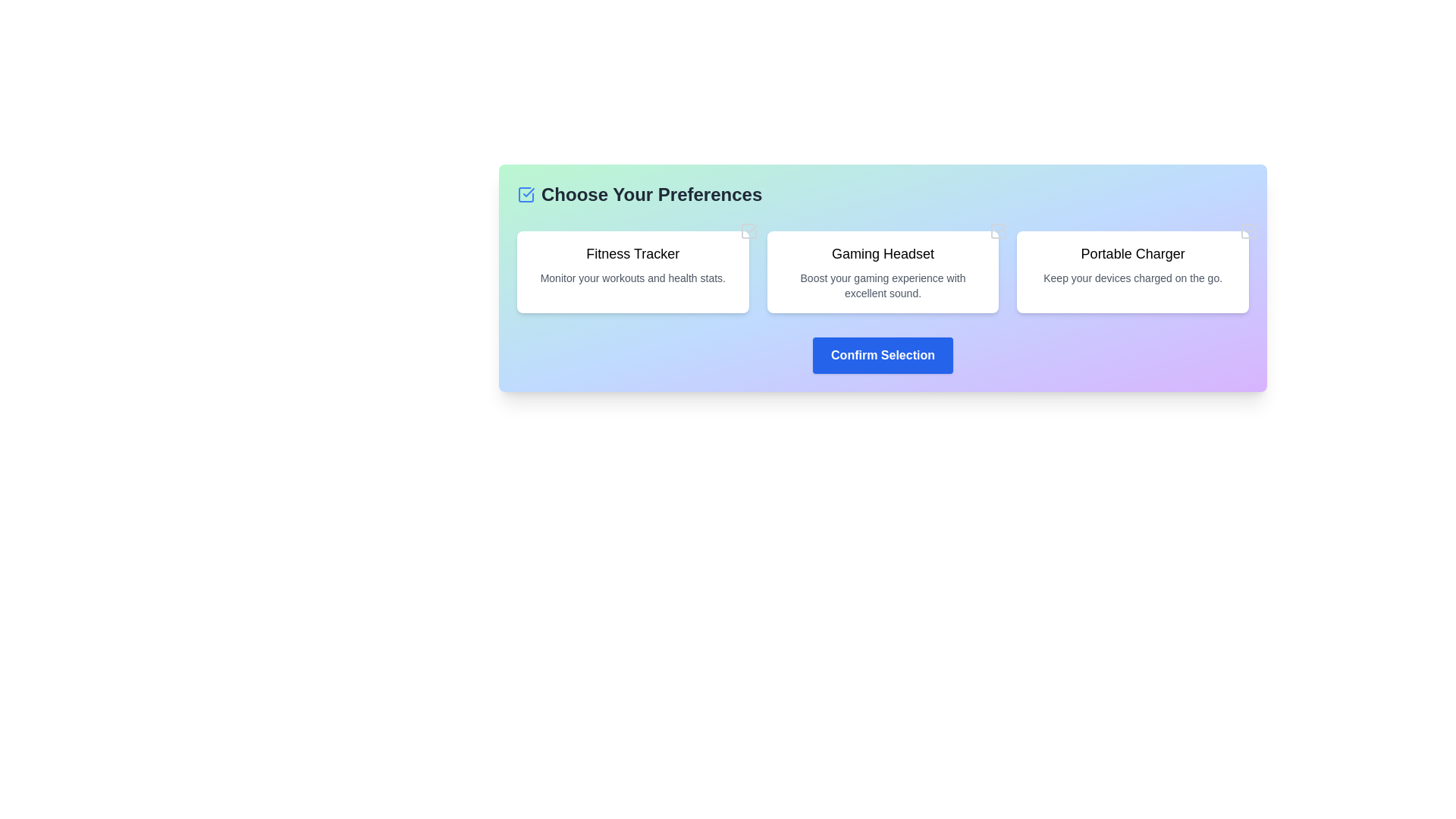  I want to click on the text label titled 'Fitness Tracker', which is styled with a large font size and bold weight, located at the top of its card on a pastel gradient background, so click(632, 253).